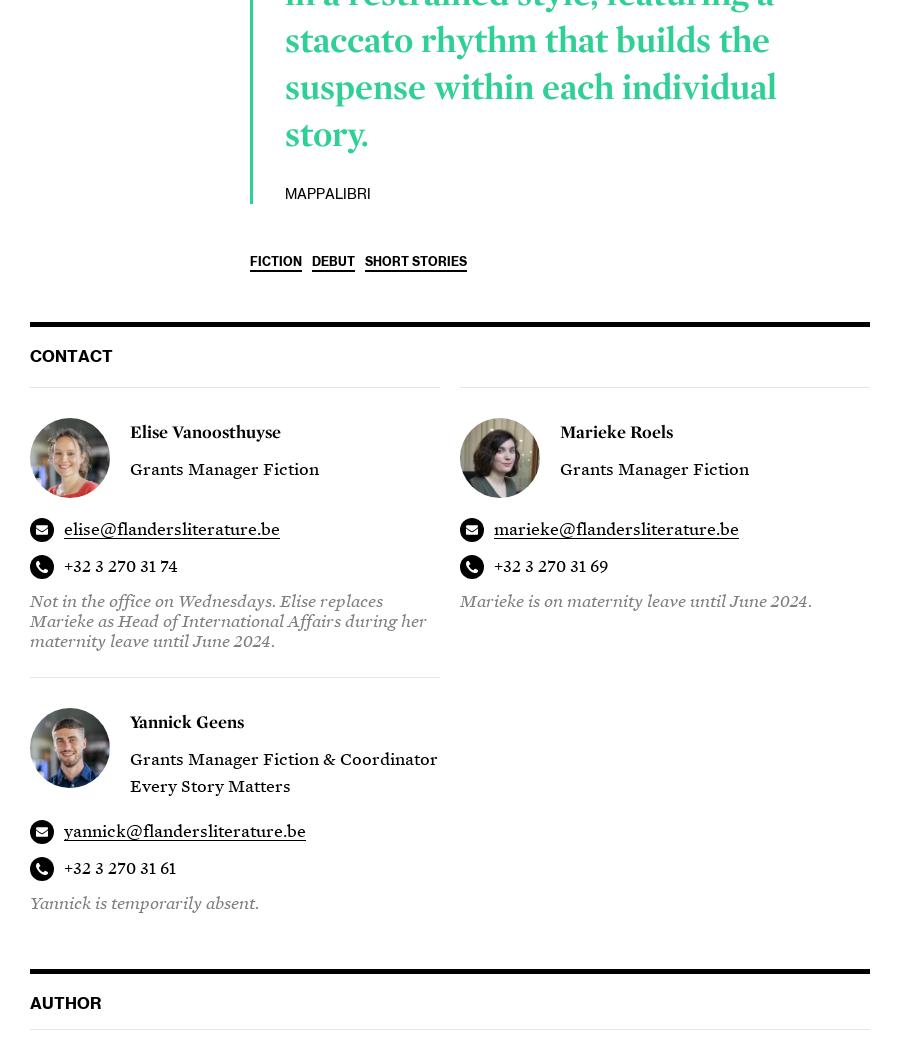  Describe the element at coordinates (119, 867) in the screenshot. I see `'+32 3 270 31 61'` at that location.